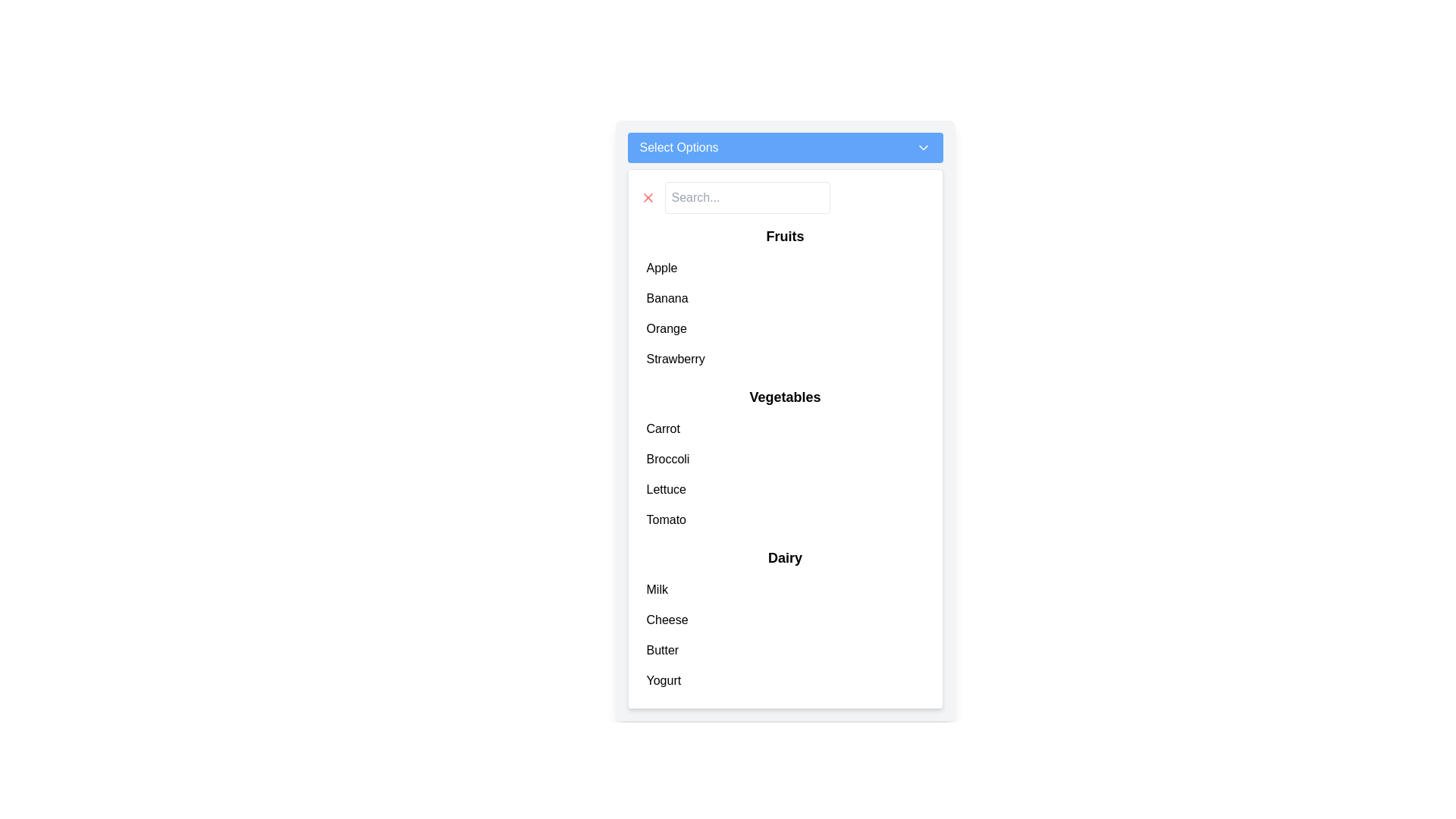 This screenshot has height=819, width=1456. I want to click on the 'Strawberry' option in the 'Fruits' list, so click(785, 359).